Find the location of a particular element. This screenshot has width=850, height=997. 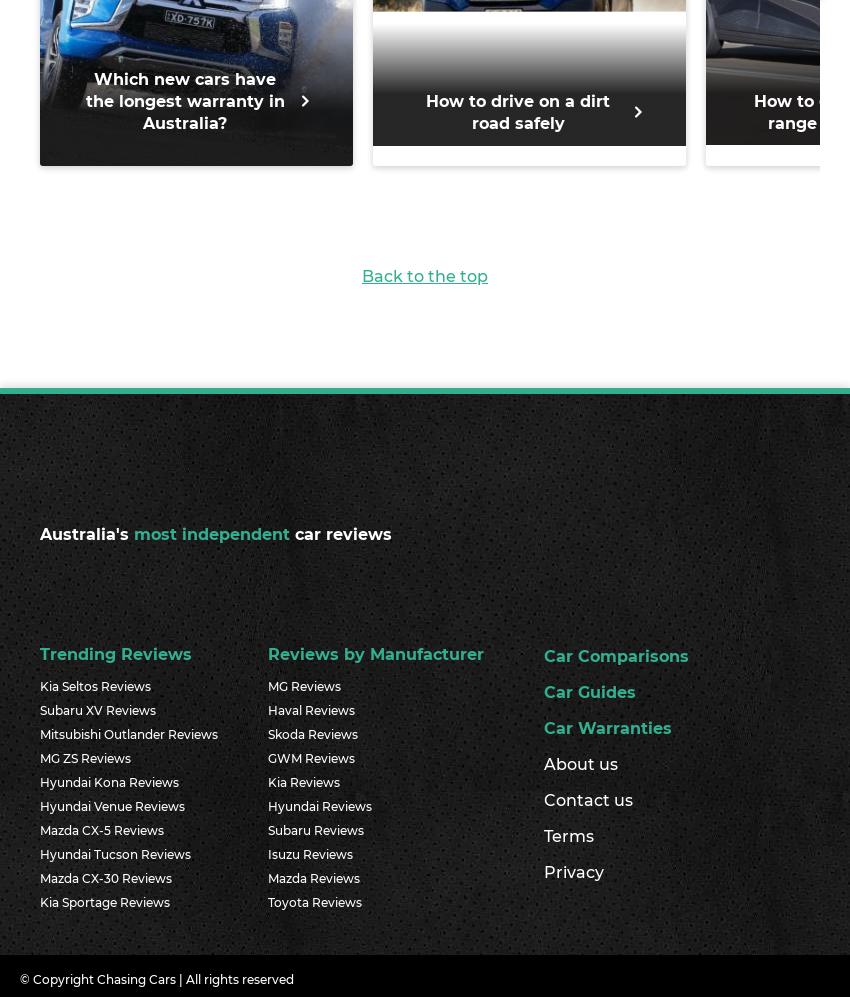

'Car Warranties' is located at coordinates (607, 727).